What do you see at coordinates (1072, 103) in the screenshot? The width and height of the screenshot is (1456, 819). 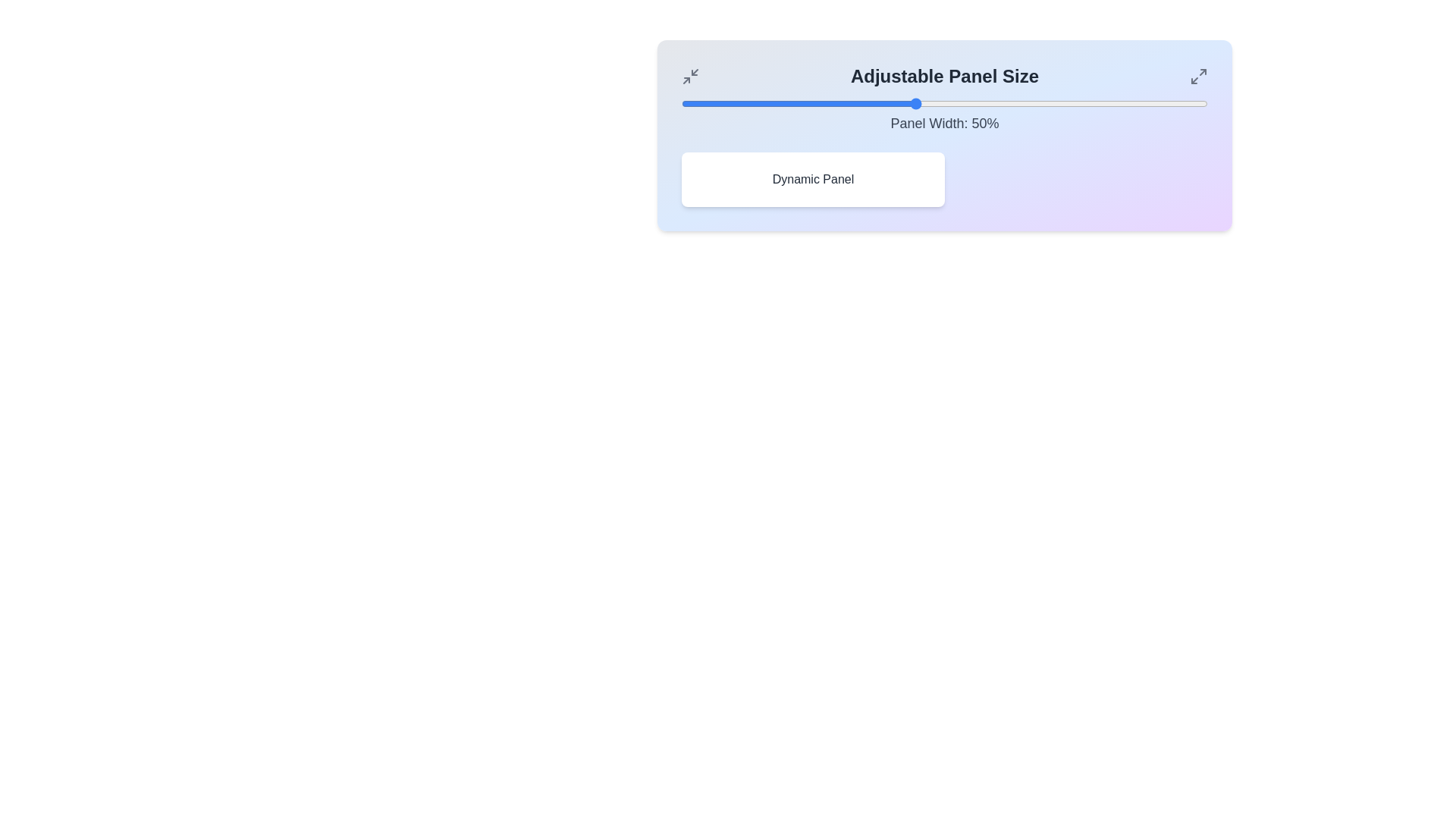 I see `the panel width` at bounding box center [1072, 103].